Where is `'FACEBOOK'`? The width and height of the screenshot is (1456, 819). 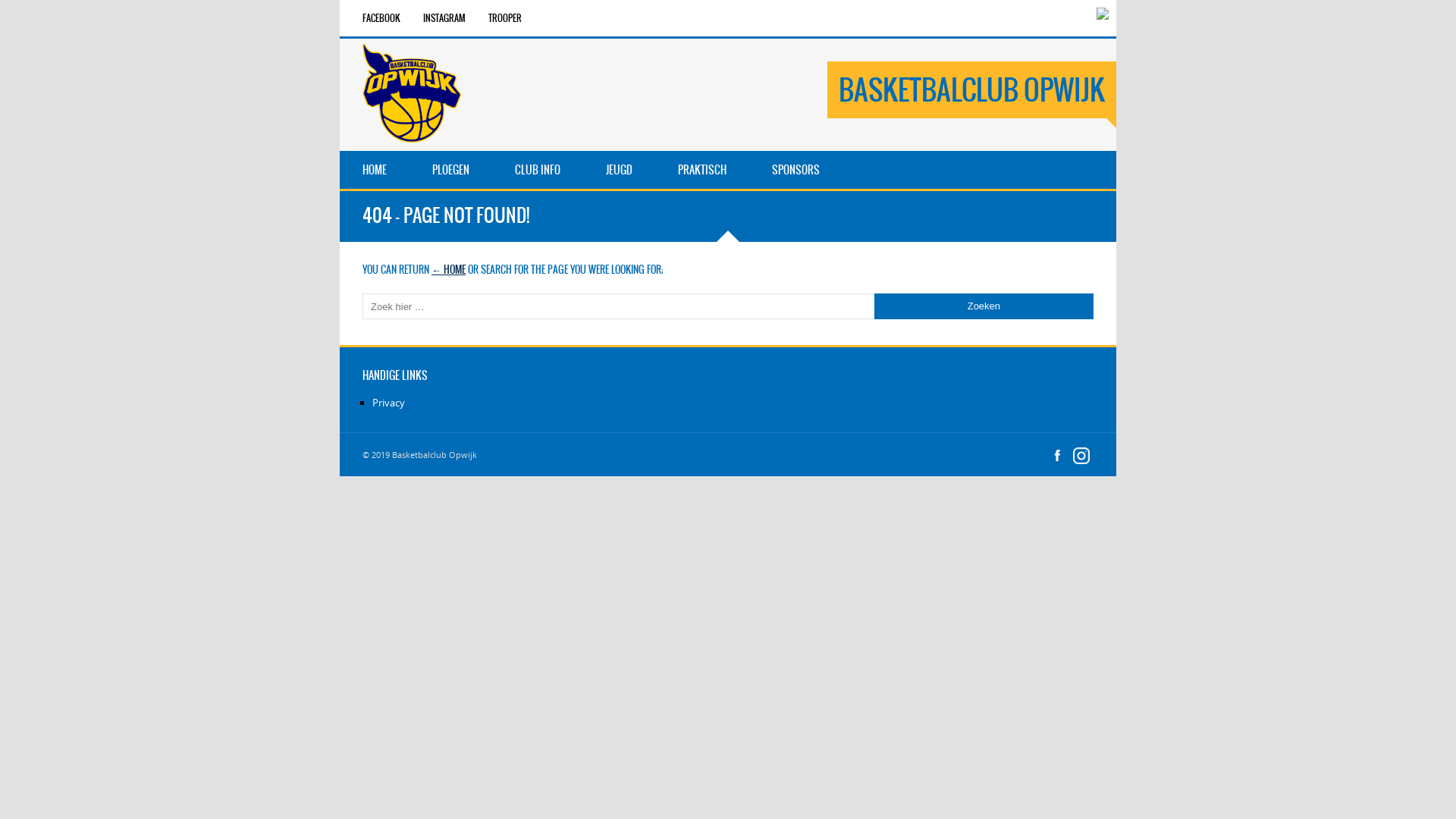 'FACEBOOK' is located at coordinates (381, 17).